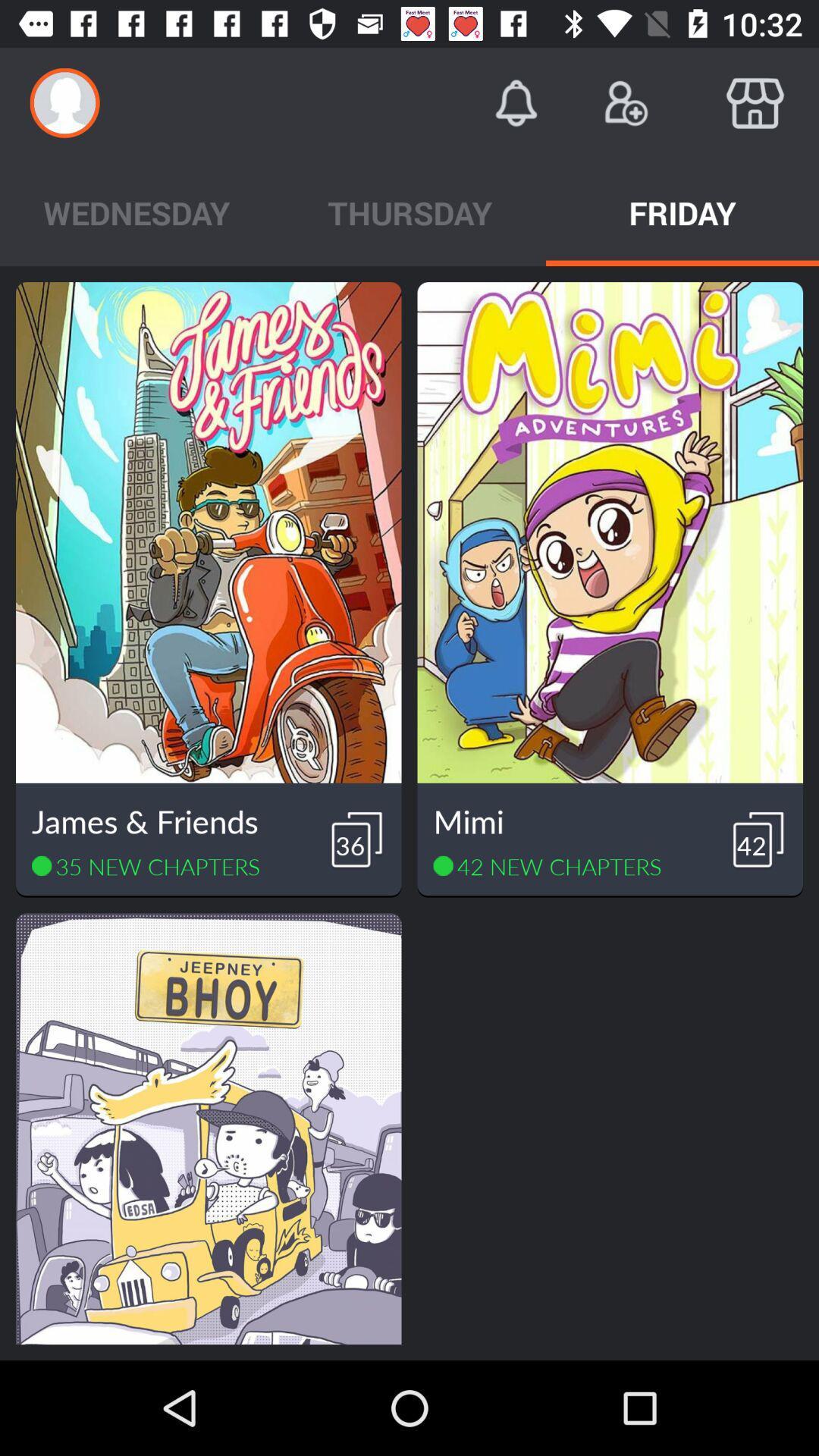 Image resolution: width=819 pixels, height=1456 pixels. What do you see at coordinates (409, 212) in the screenshot?
I see `the app to the right of the wednesday  app` at bounding box center [409, 212].